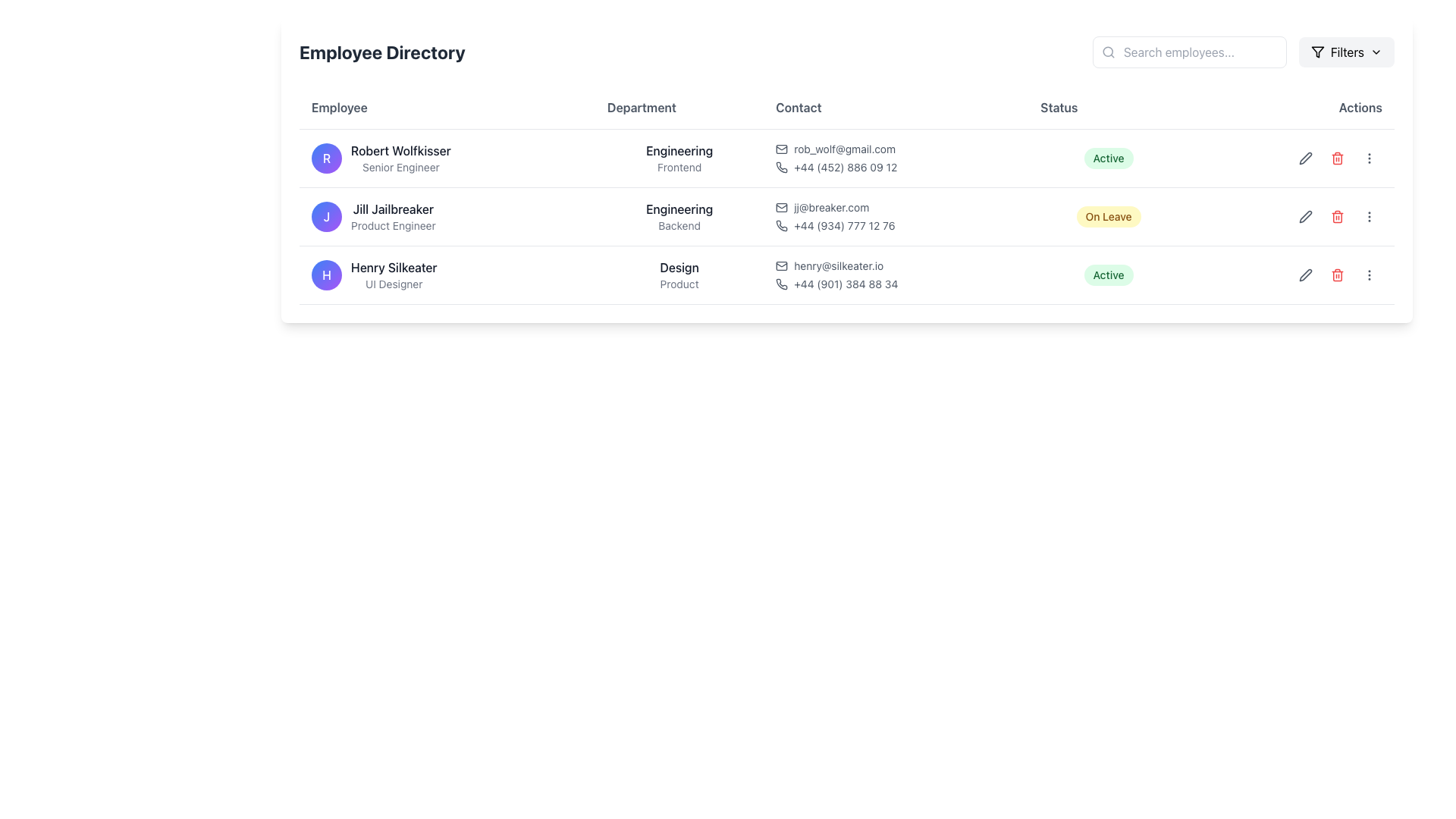  What do you see at coordinates (326, 158) in the screenshot?
I see `the circular avatar representing the user with the letter 'R' in white, located at the leftmost side of the row containing 'Robert Wolfkisser' and 'Senior Engineer'` at bounding box center [326, 158].